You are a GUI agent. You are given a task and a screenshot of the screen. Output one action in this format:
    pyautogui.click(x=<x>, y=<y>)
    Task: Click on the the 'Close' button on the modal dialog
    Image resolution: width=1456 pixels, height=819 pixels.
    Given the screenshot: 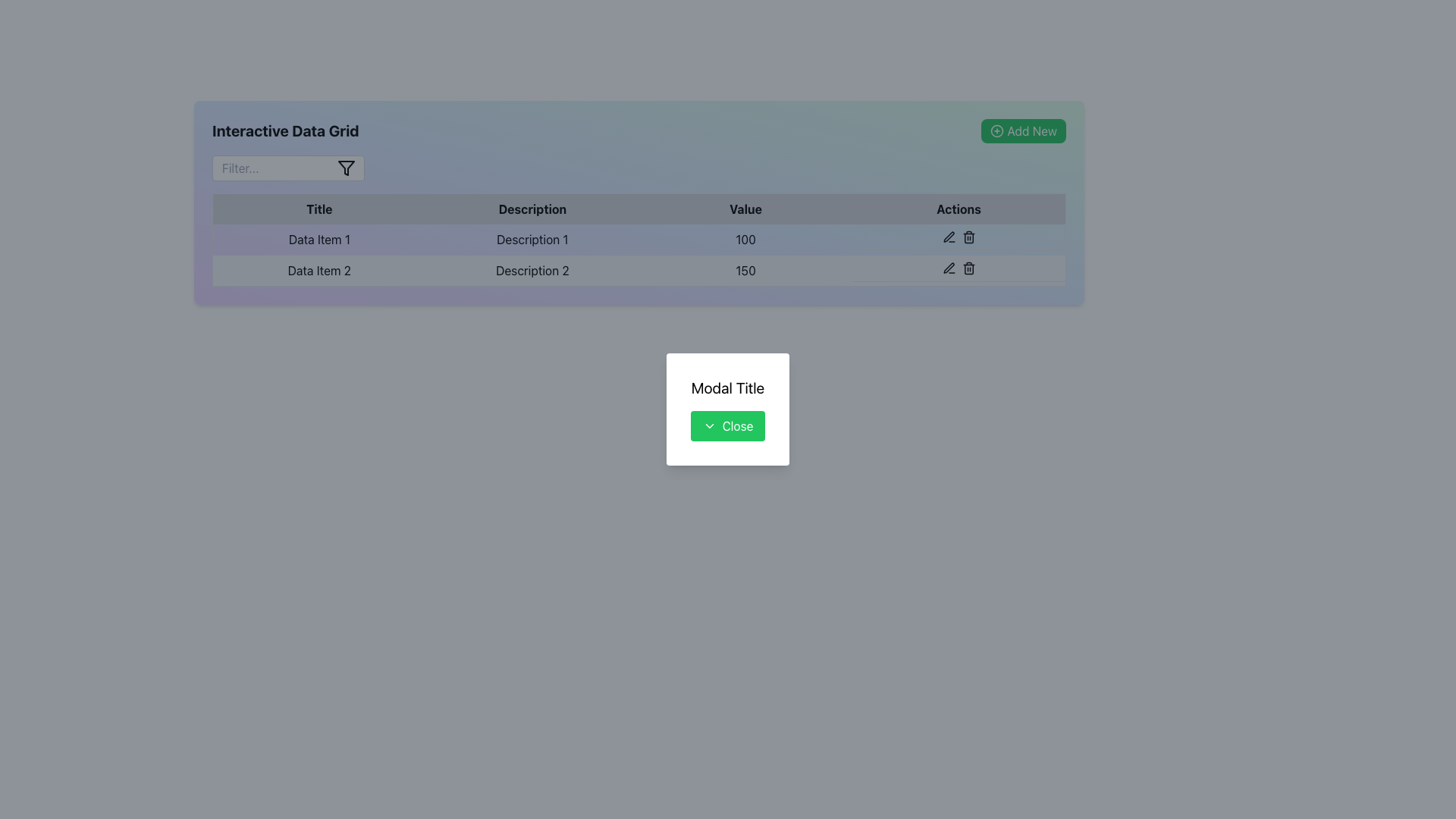 What is the action you would take?
    pyautogui.click(x=728, y=409)
    